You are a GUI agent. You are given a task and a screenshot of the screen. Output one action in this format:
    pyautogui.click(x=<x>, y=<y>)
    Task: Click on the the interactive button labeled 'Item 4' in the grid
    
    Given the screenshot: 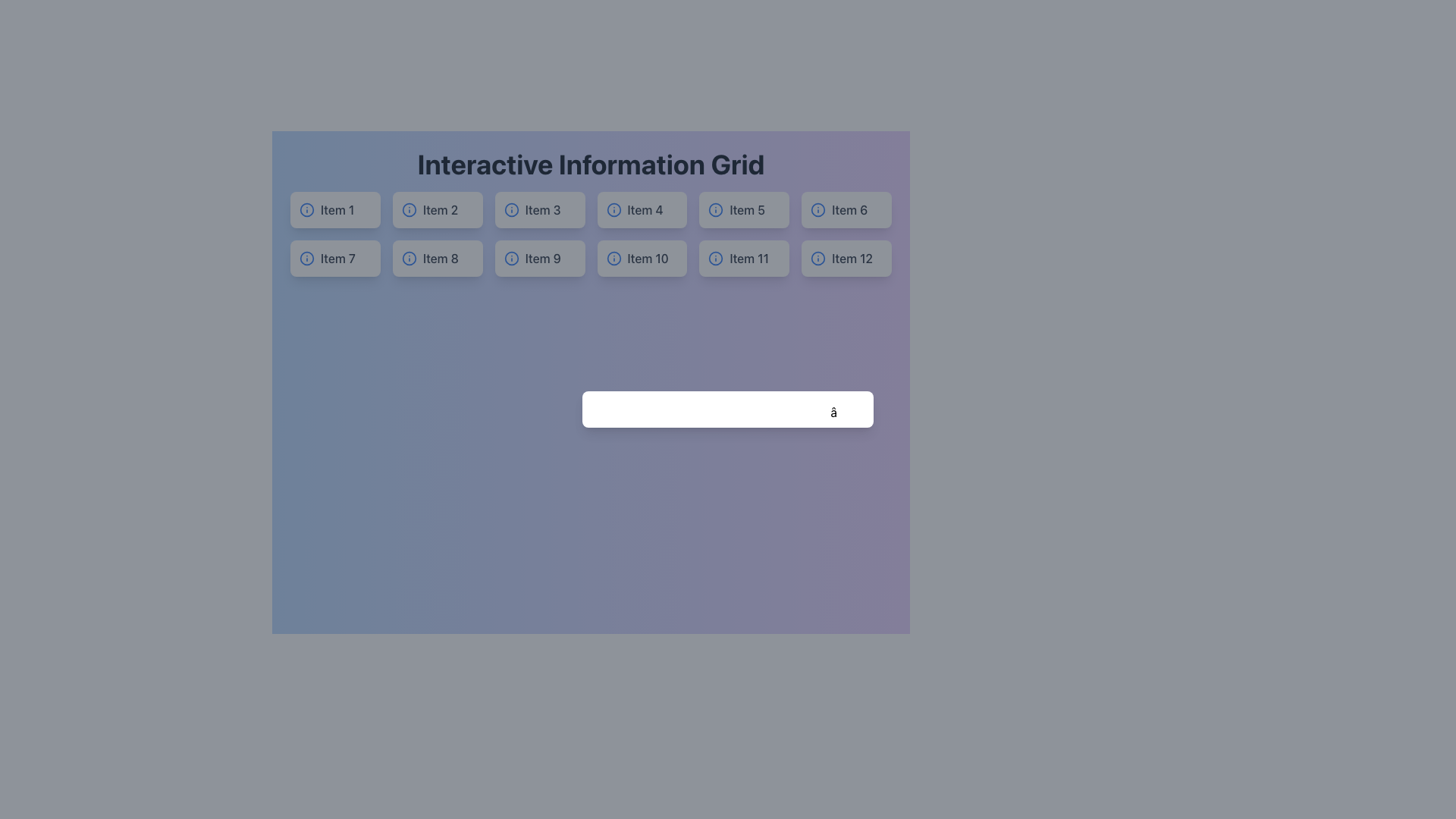 What is the action you would take?
    pyautogui.click(x=642, y=210)
    